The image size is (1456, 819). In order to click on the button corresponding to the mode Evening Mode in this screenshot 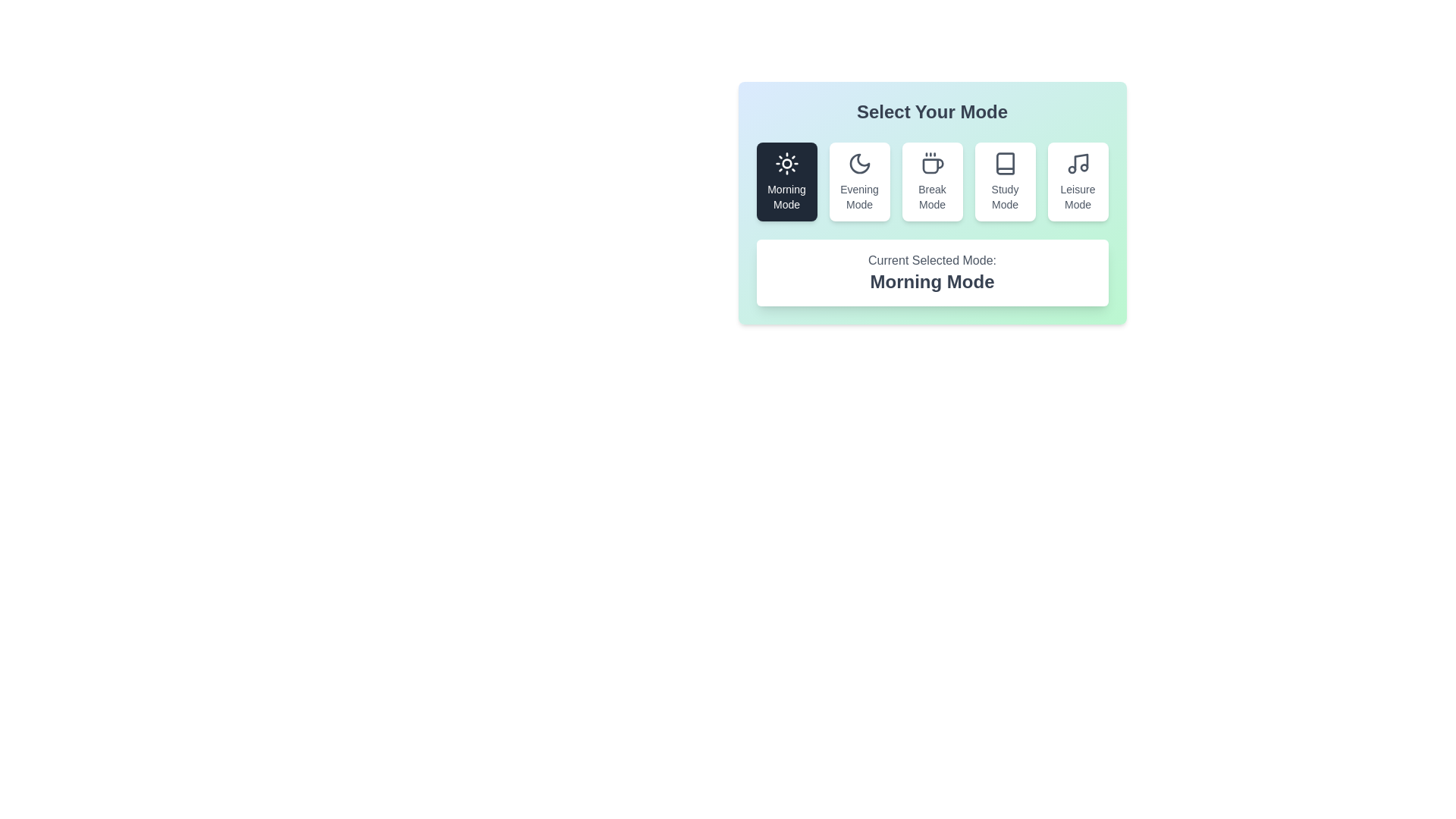, I will do `click(859, 180)`.